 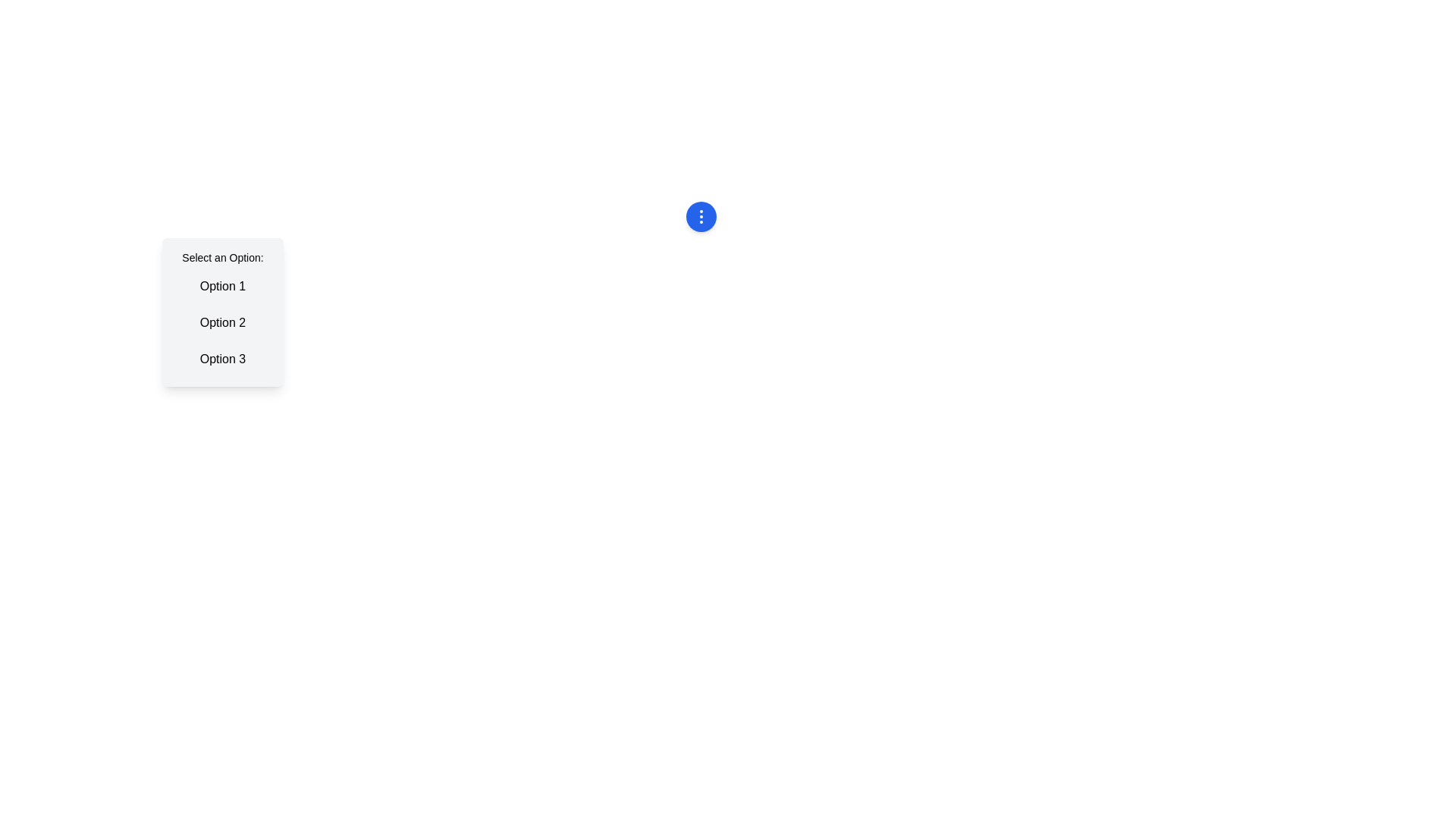 What do you see at coordinates (221, 322) in the screenshot?
I see `the selectable label for 'Option 2'` at bounding box center [221, 322].